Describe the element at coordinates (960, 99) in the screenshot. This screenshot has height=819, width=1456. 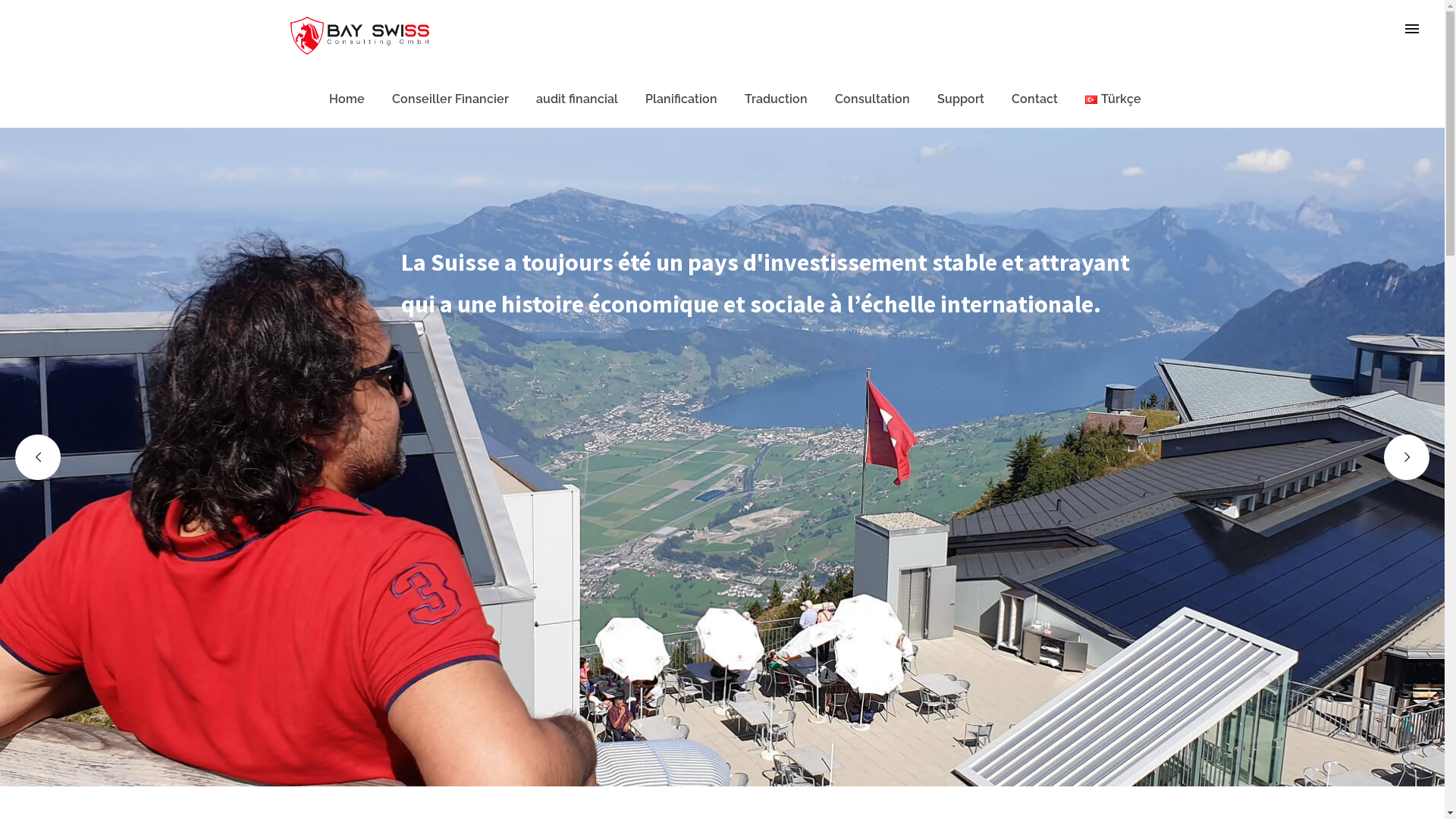
I see `'Support'` at that location.